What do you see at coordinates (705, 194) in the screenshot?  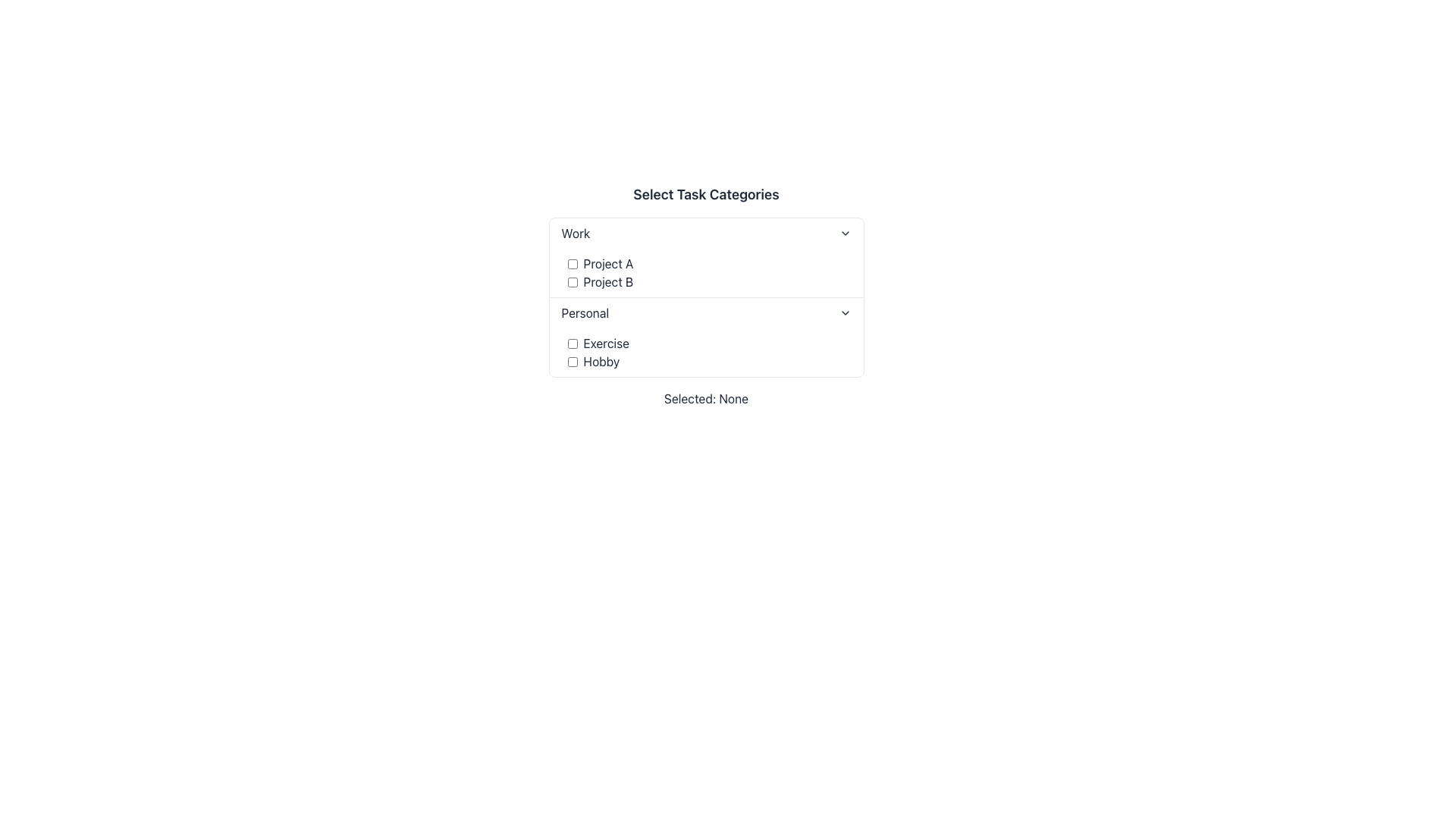 I see `the static text label reading 'Select Task Categories', which is displayed in bold and larger font size and serves as a heading for the task categorization section` at bounding box center [705, 194].